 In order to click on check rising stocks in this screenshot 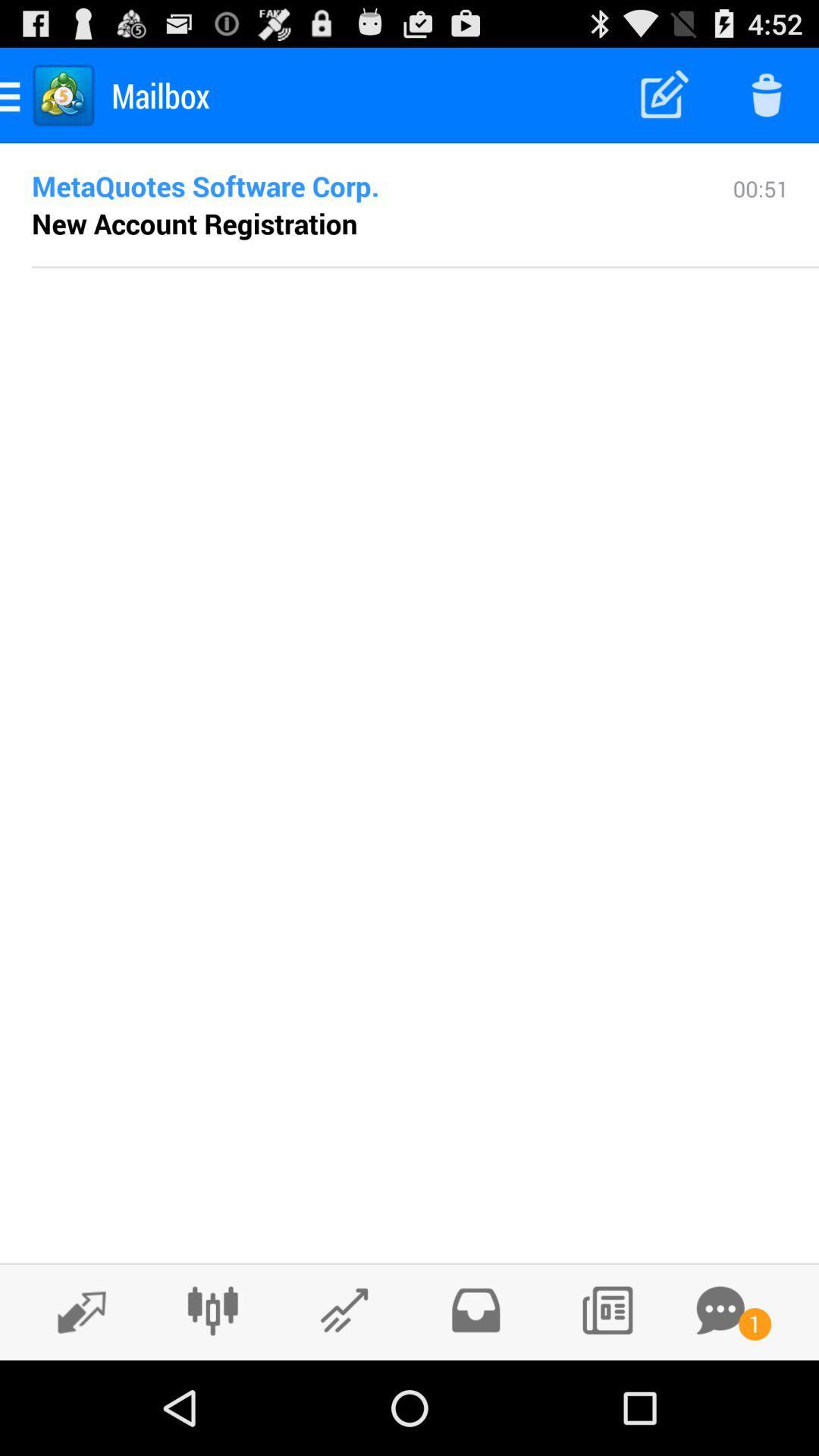, I will do `click(344, 1310)`.